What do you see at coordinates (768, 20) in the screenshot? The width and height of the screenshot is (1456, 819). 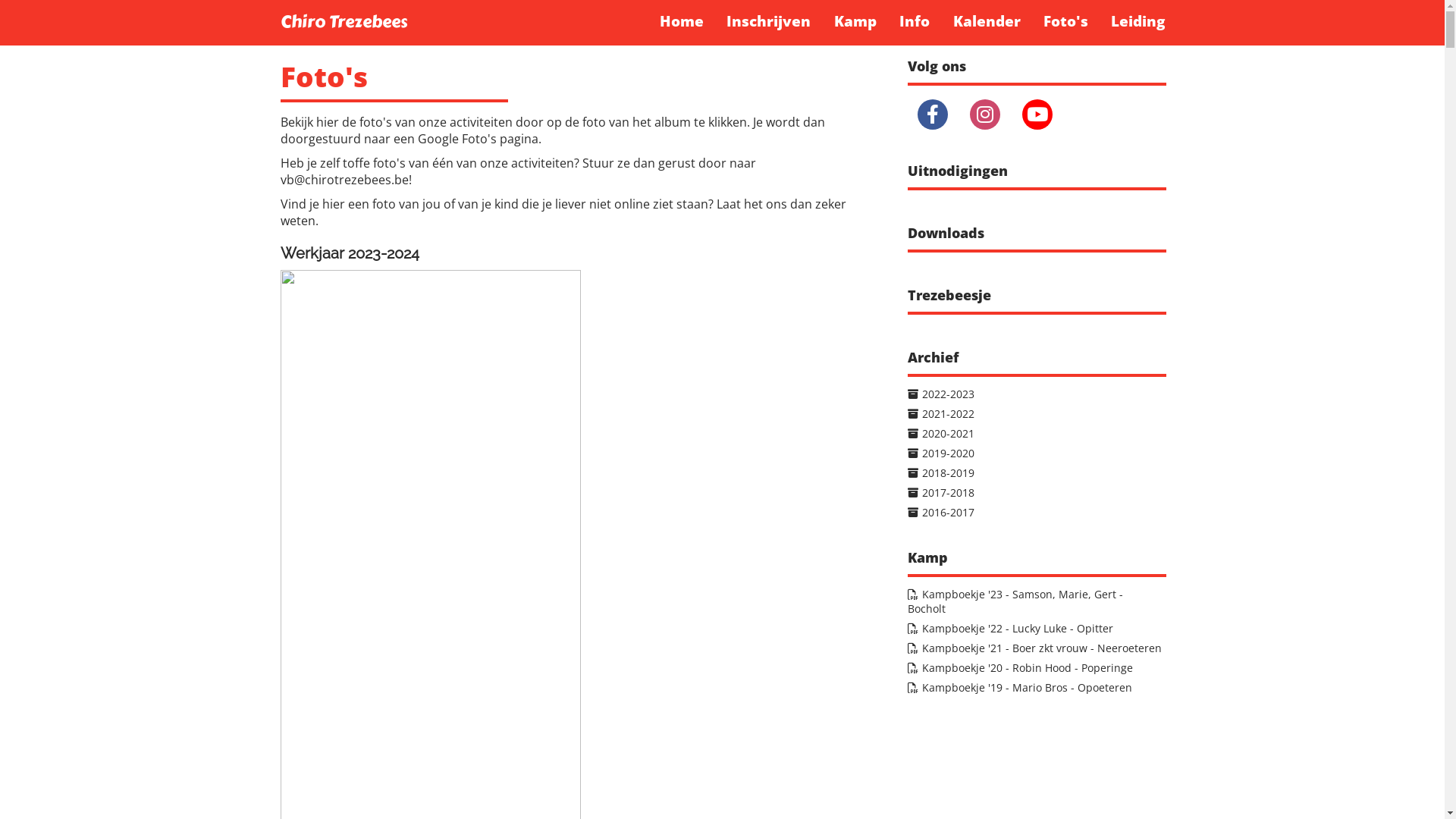 I see `'Inschrijven'` at bounding box center [768, 20].